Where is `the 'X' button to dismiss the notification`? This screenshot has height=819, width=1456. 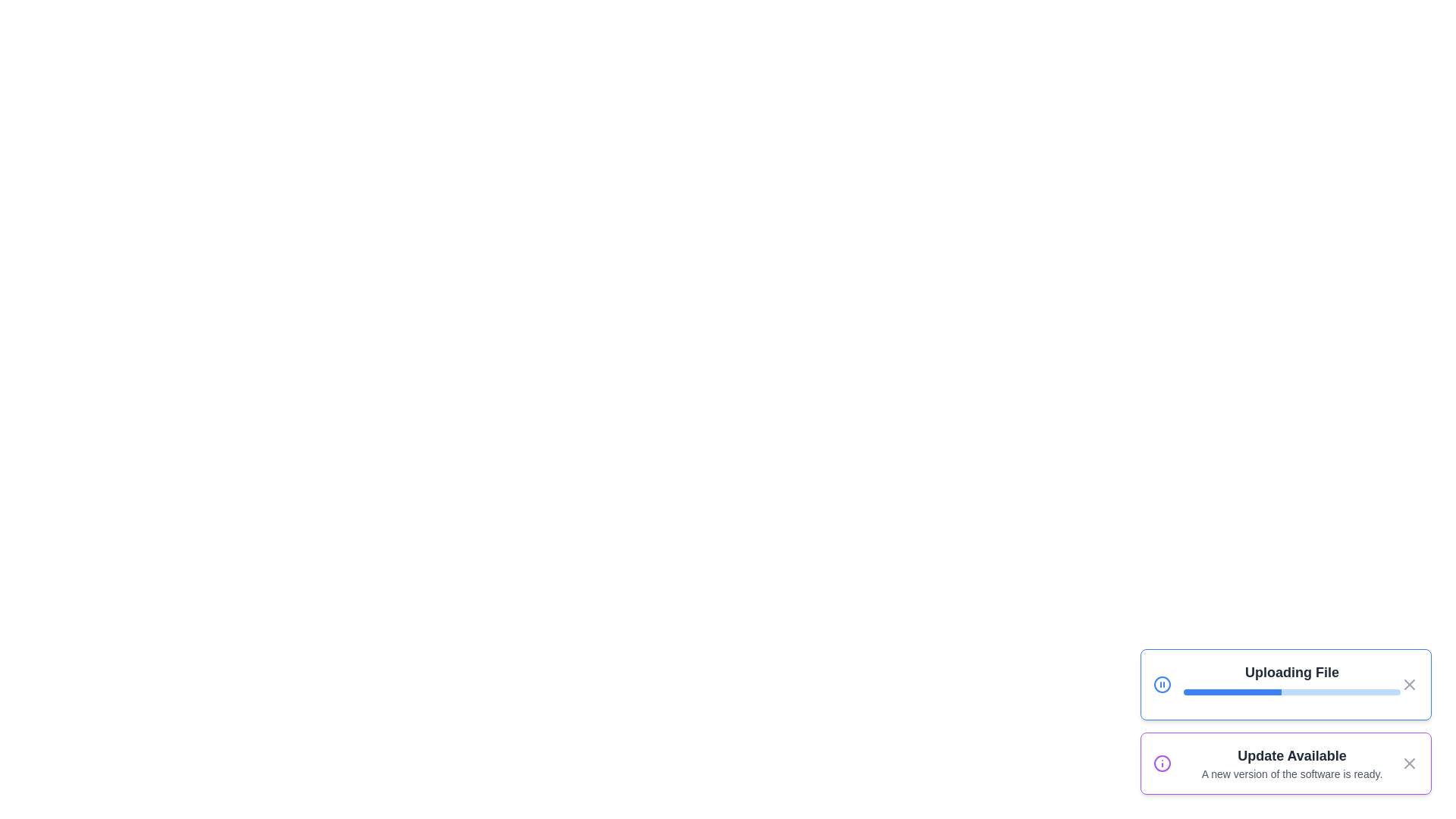
the 'X' button to dismiss the notification is located at coordinates (1408, 684).